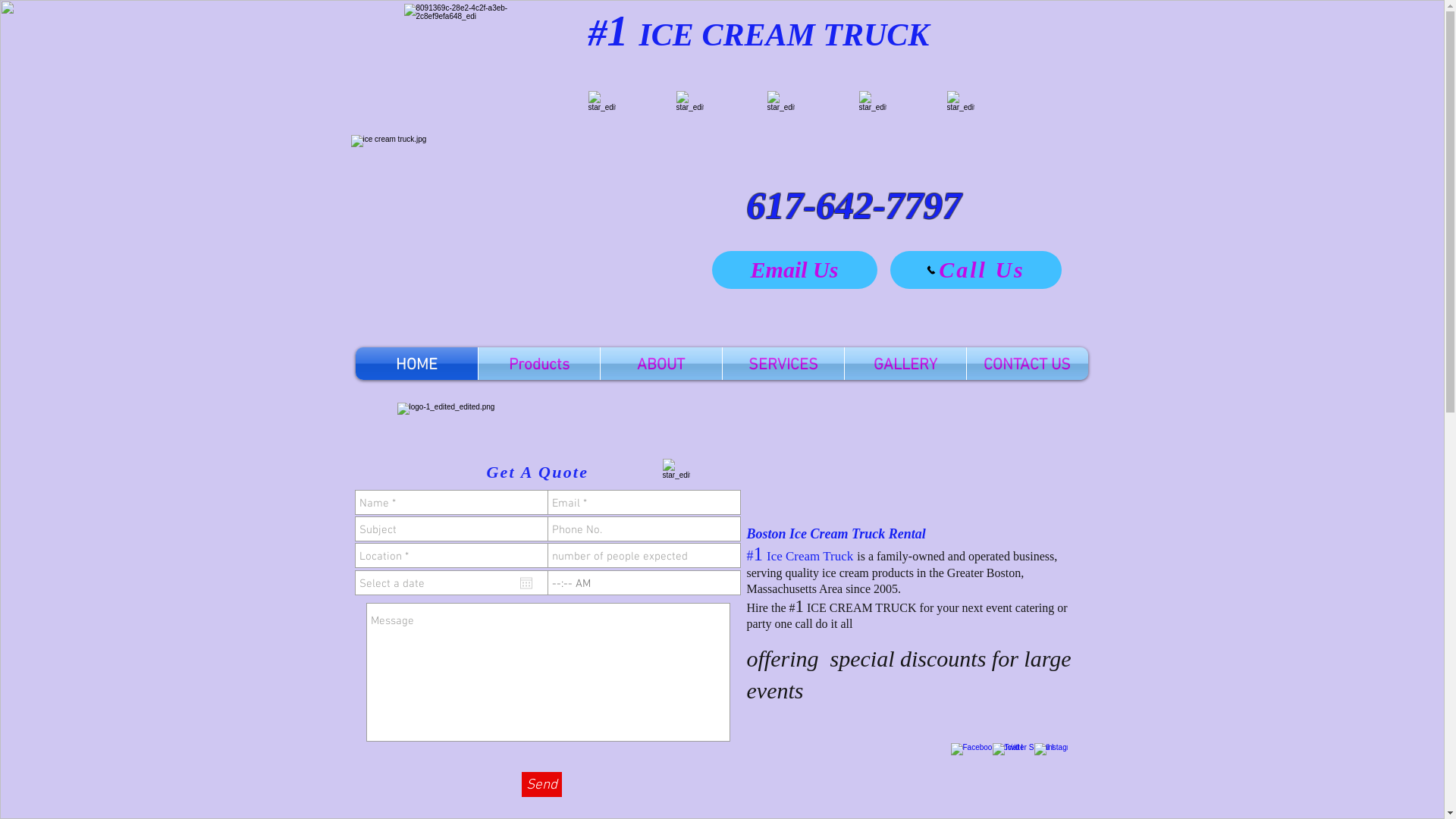 The height and width of the screenshot is (819, 1456). Describe the element at coordinates (872, 103) in the screenshot. I see `'IMG_2077%20-%20Copy%20-%20Copy_edited.pn'` at that location.